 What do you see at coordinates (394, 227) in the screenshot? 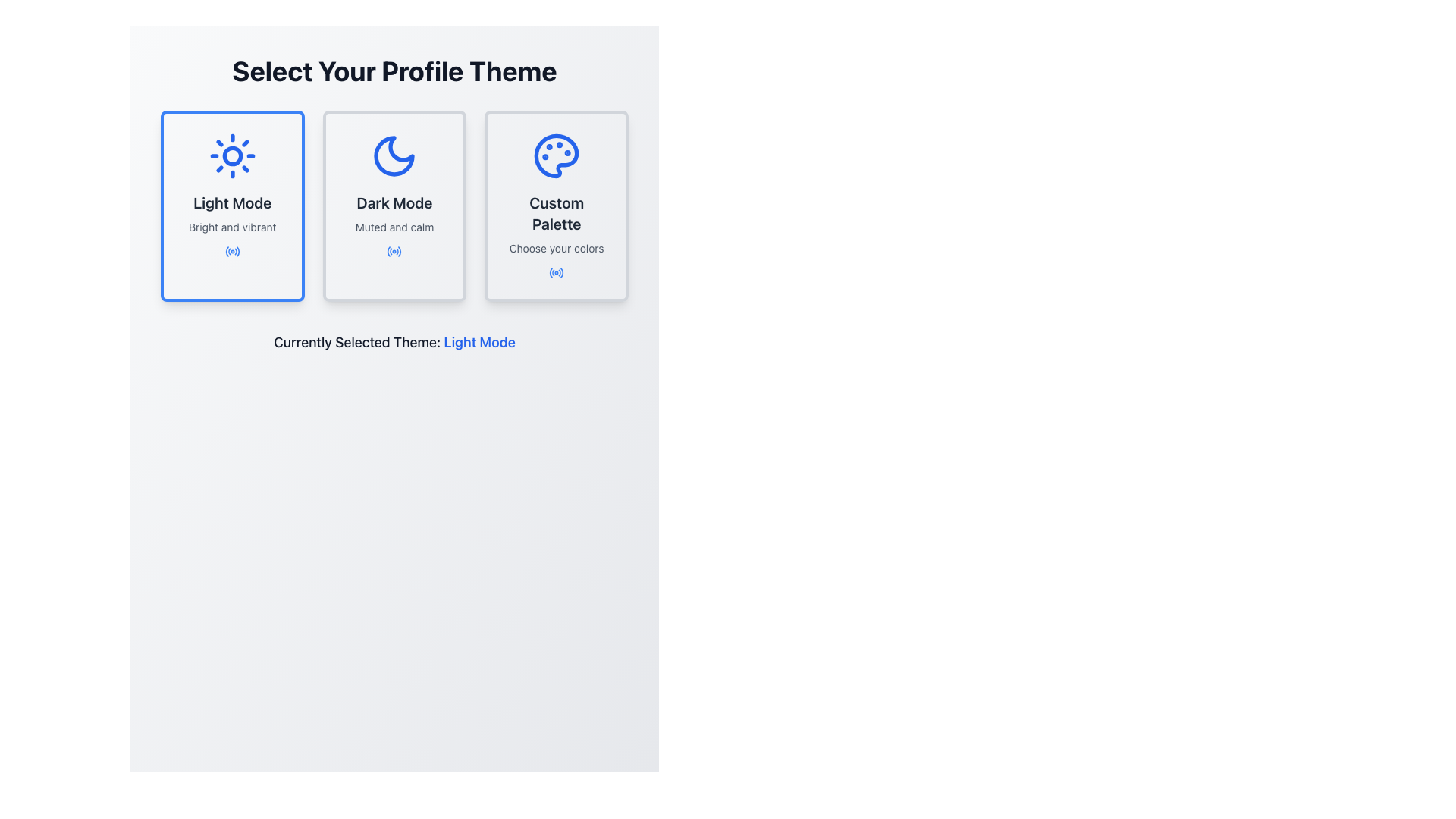
I see `the descriptive text label for the 'Dark Mode' option` at bounding box center [394, 227].